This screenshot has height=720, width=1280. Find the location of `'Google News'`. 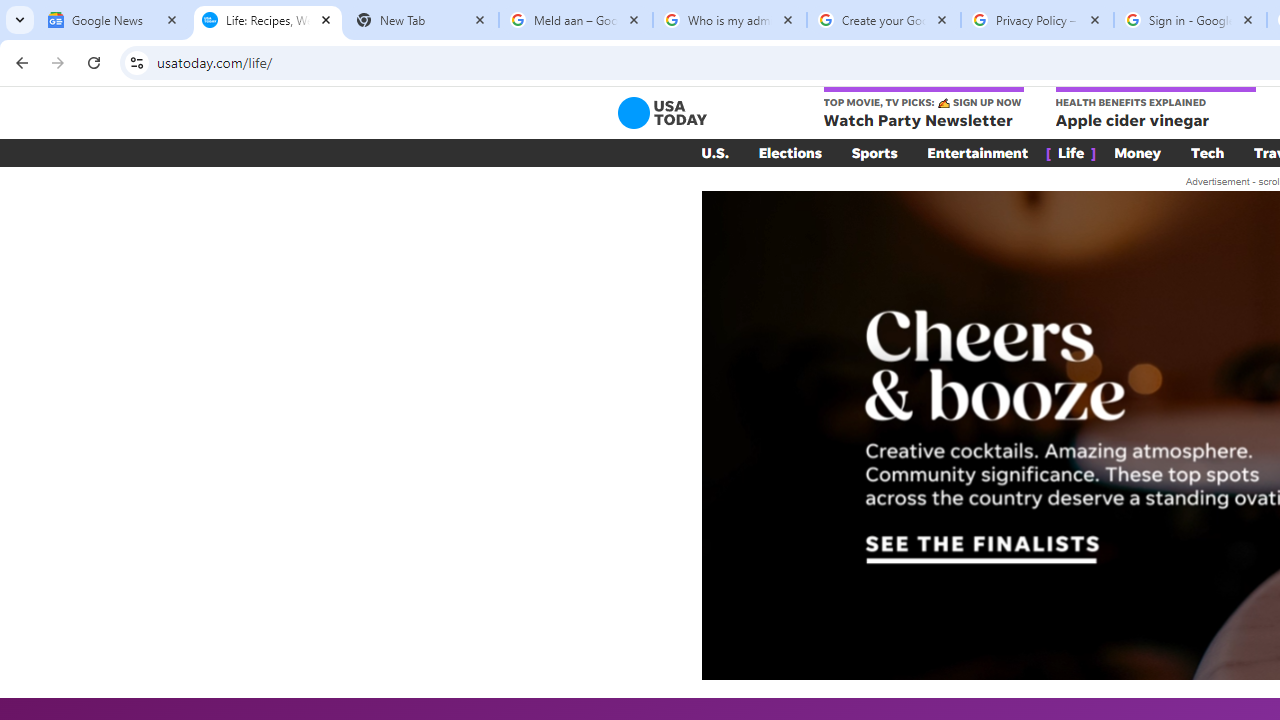

'Google News' is located at coordinates (112, 20).